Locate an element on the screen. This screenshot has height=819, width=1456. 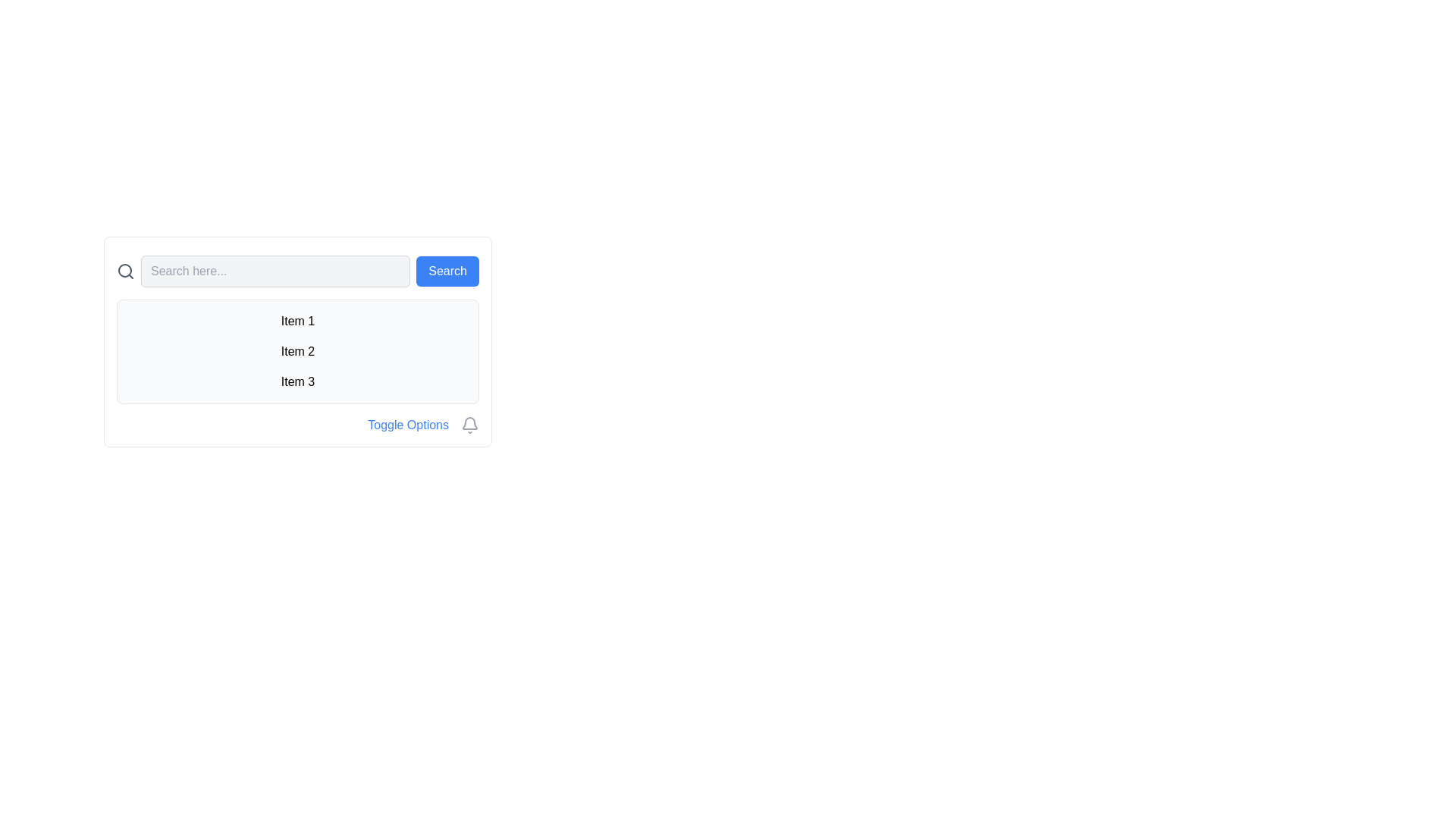
the first list item in the dropdown menu is located at coordinates (298, 321).